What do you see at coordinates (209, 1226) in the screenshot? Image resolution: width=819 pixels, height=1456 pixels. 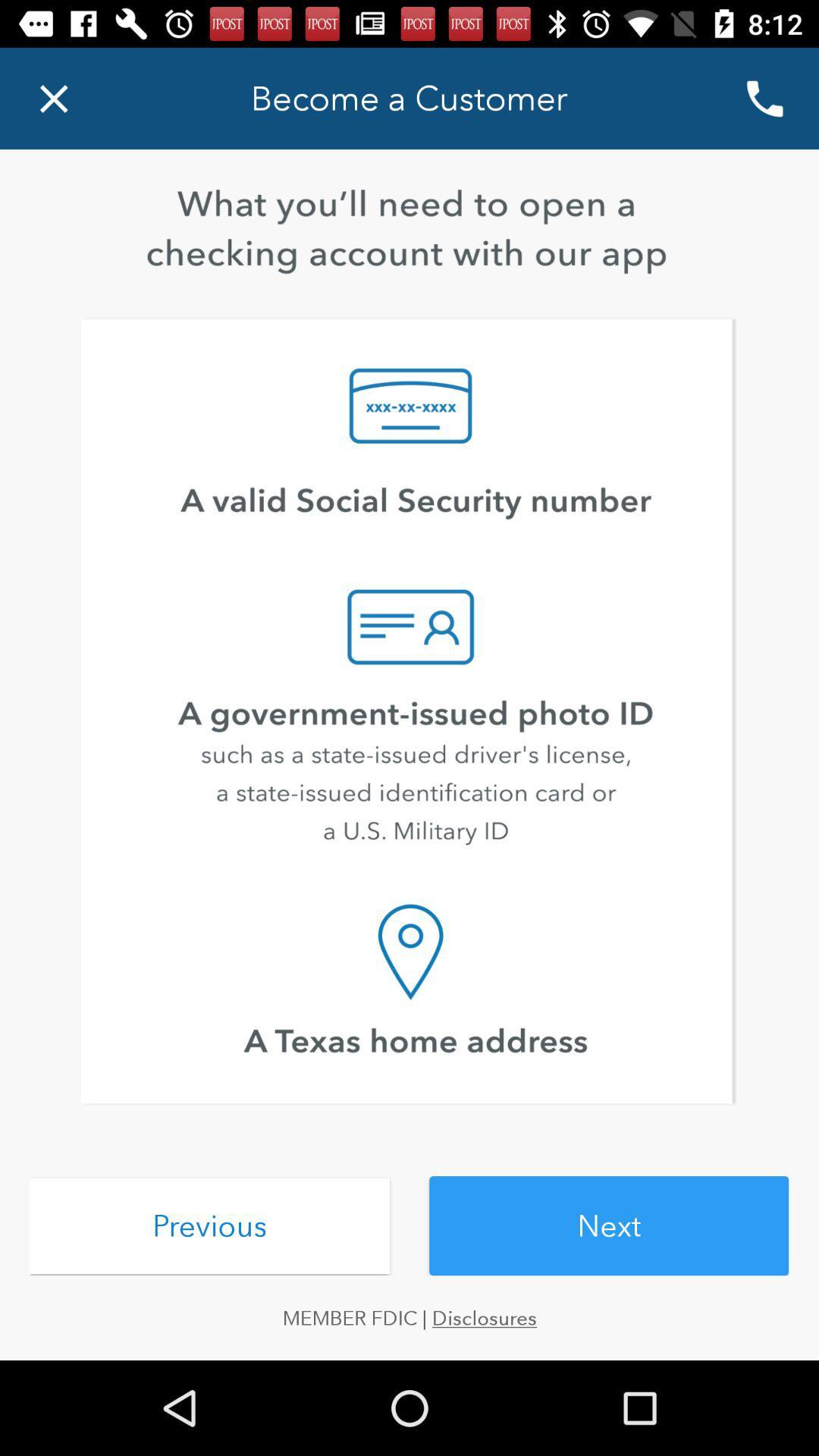 I see `the icon next to next item` at bounding box center [209, 1226].